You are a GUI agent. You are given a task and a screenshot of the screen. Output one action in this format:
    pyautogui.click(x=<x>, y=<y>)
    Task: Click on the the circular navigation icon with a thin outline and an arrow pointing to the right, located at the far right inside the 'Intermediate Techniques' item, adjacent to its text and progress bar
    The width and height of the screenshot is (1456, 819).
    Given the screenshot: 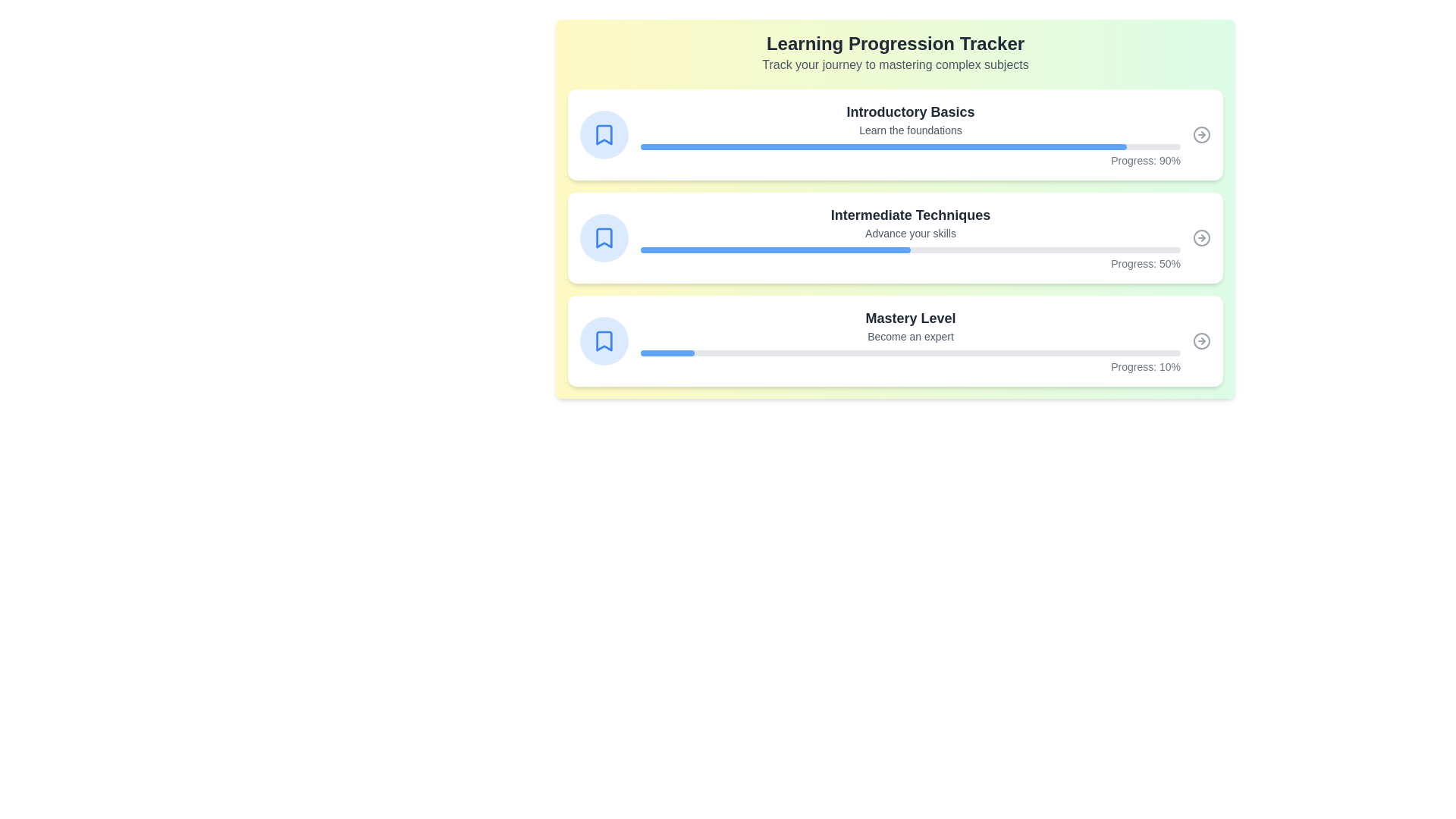 What is the action you would take?
    pyautogui.click(x=1200, y=237)
    